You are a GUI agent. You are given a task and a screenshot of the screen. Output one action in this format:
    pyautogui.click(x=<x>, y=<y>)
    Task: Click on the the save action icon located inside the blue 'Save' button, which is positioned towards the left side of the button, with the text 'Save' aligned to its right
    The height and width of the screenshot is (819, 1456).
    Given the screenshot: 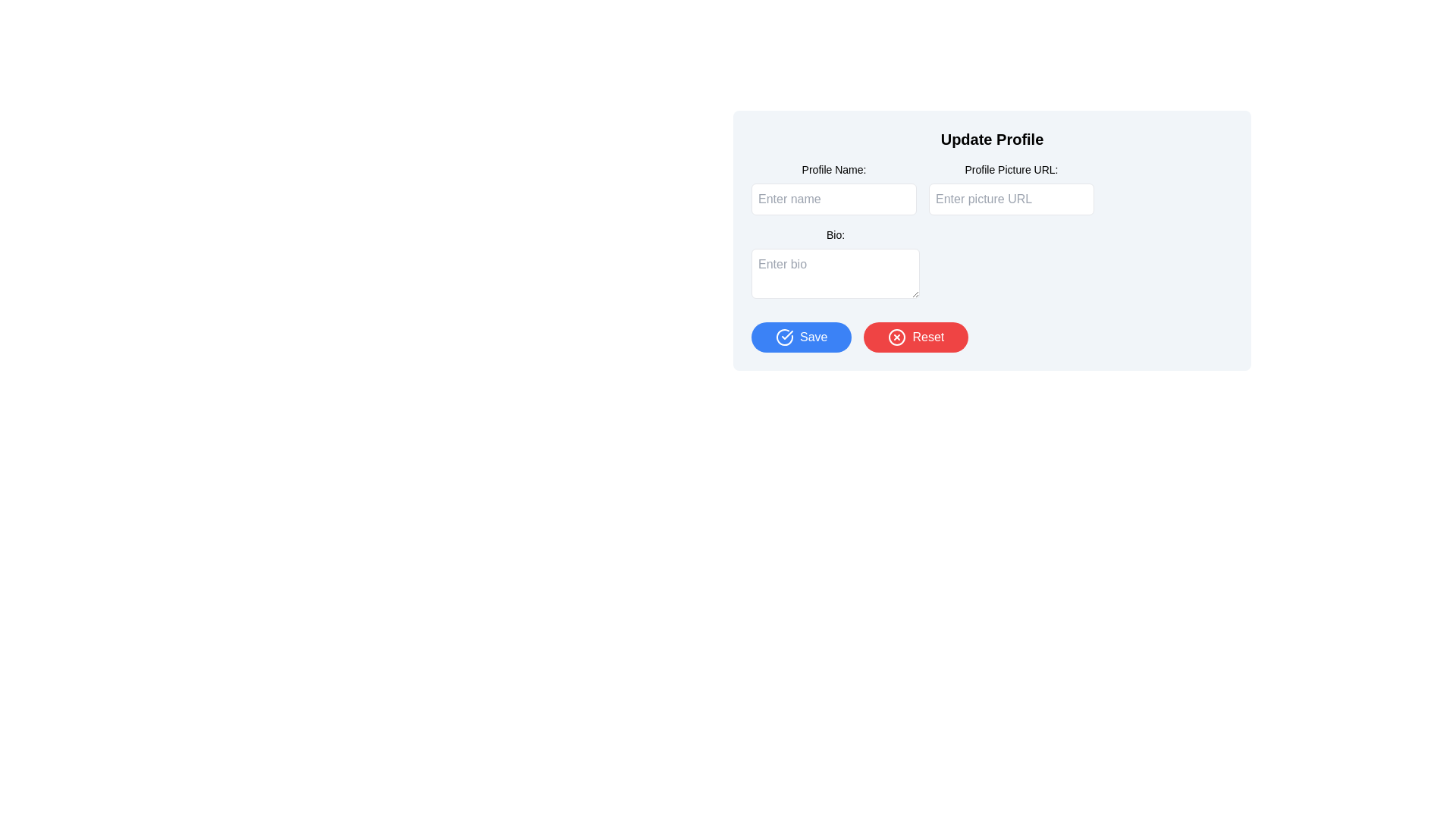 What is the action you would take?
    pyautogui.click(x=785, y=336)
    